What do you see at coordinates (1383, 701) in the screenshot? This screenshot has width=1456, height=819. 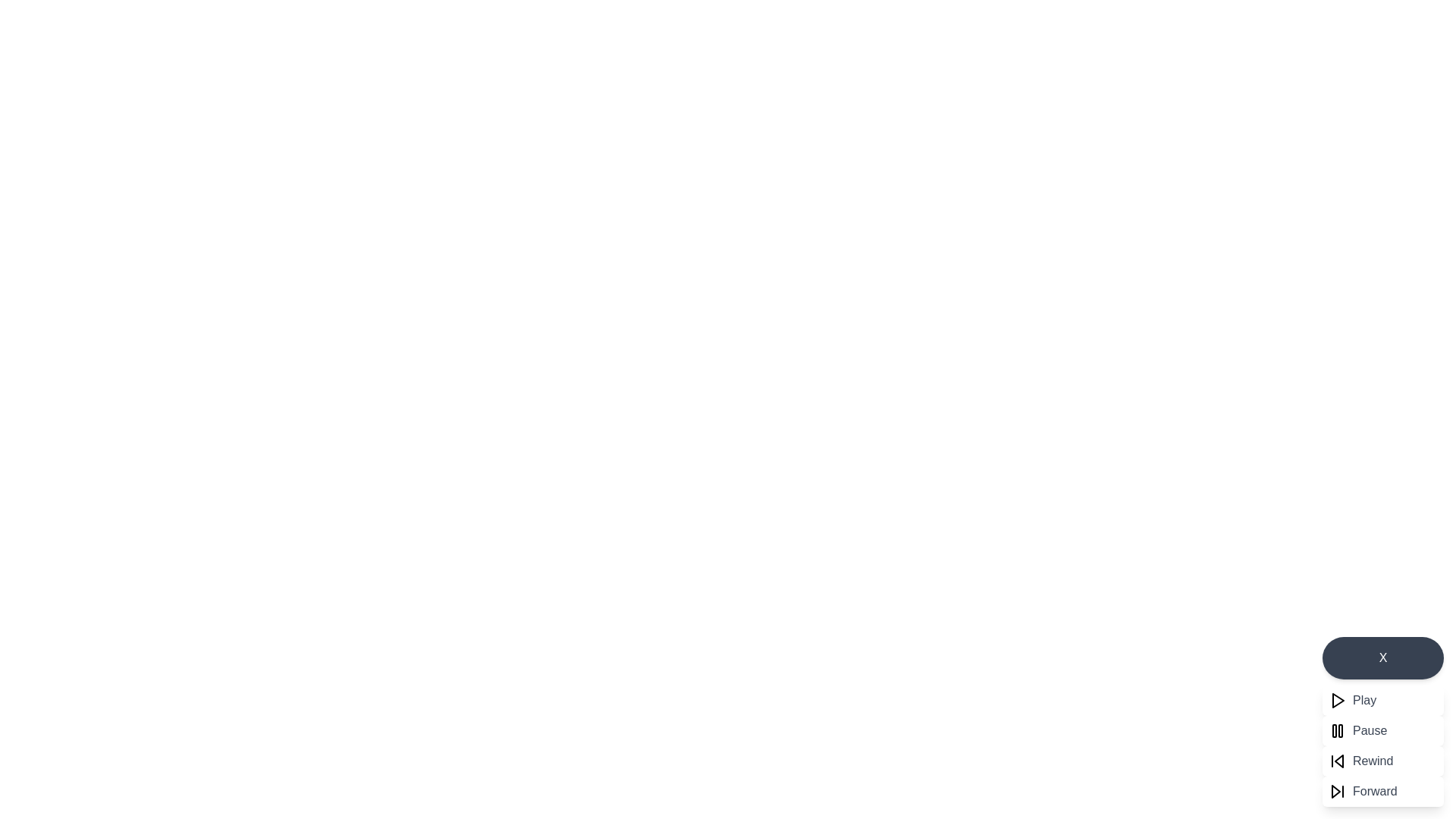 I see `the 'Play' button to select the 'Play' option` at bounding box center [1383, 701].